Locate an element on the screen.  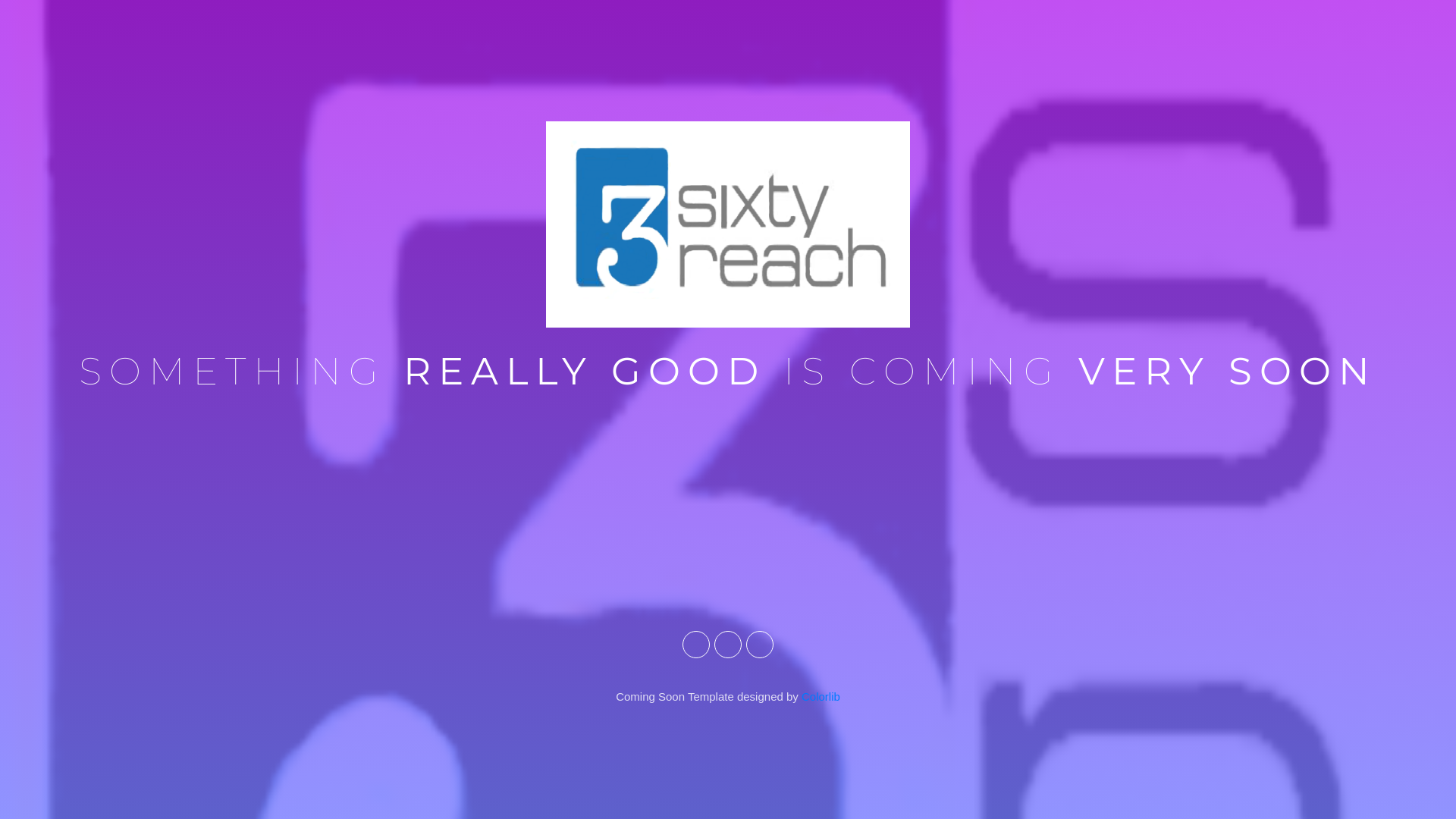
'Colorlib' is located at coordinates (820, 696).